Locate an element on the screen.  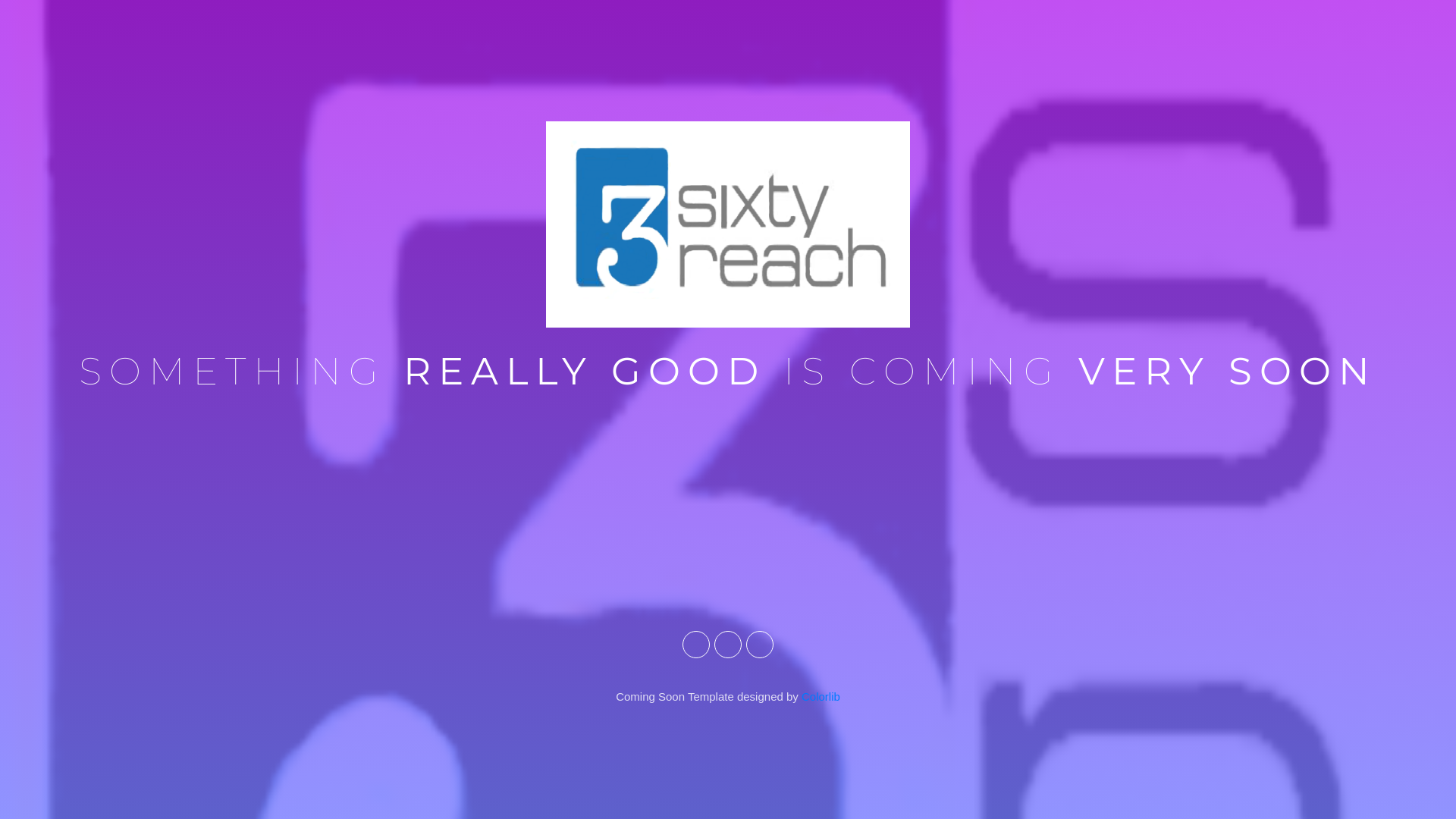
'Colorlib' is located at coordinates (820, 696).